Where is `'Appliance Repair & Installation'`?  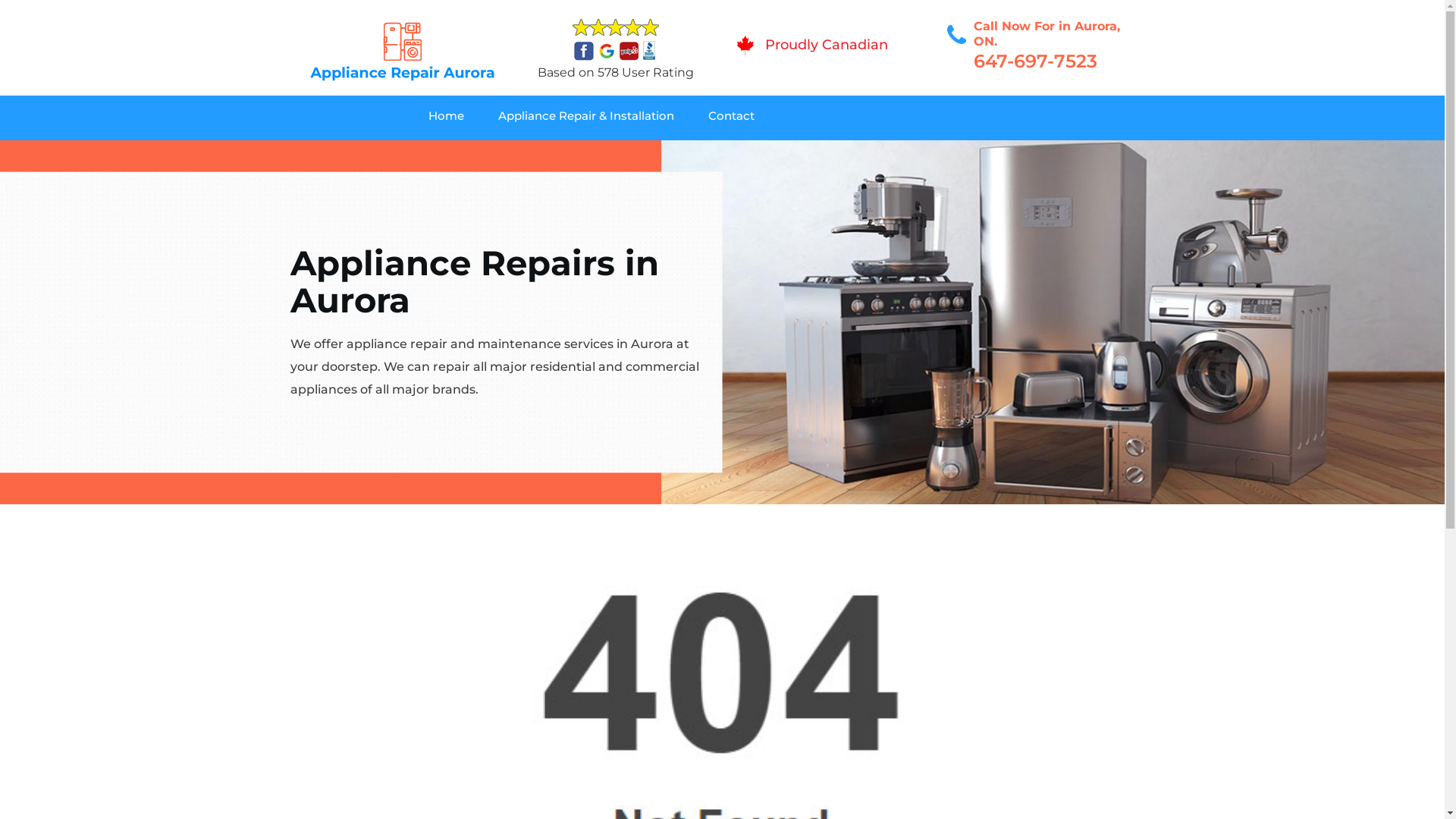
'Appliance Repair & Installation' is located at coordinates (602, 117).